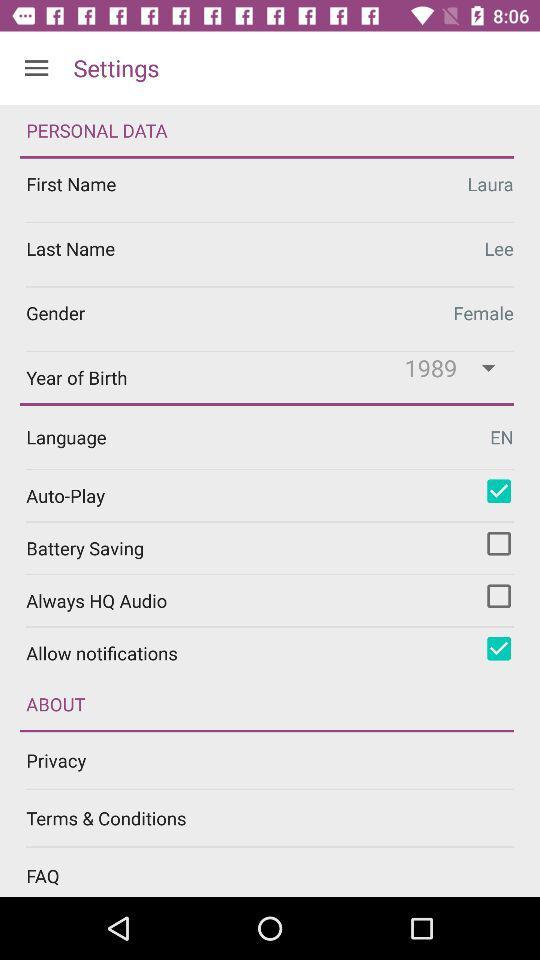 This screenshot has height=960, width=540. What do you see at coordinates (282, 759) in the screenshot?
I see `the privacy item` at bounding box center [282, 759].